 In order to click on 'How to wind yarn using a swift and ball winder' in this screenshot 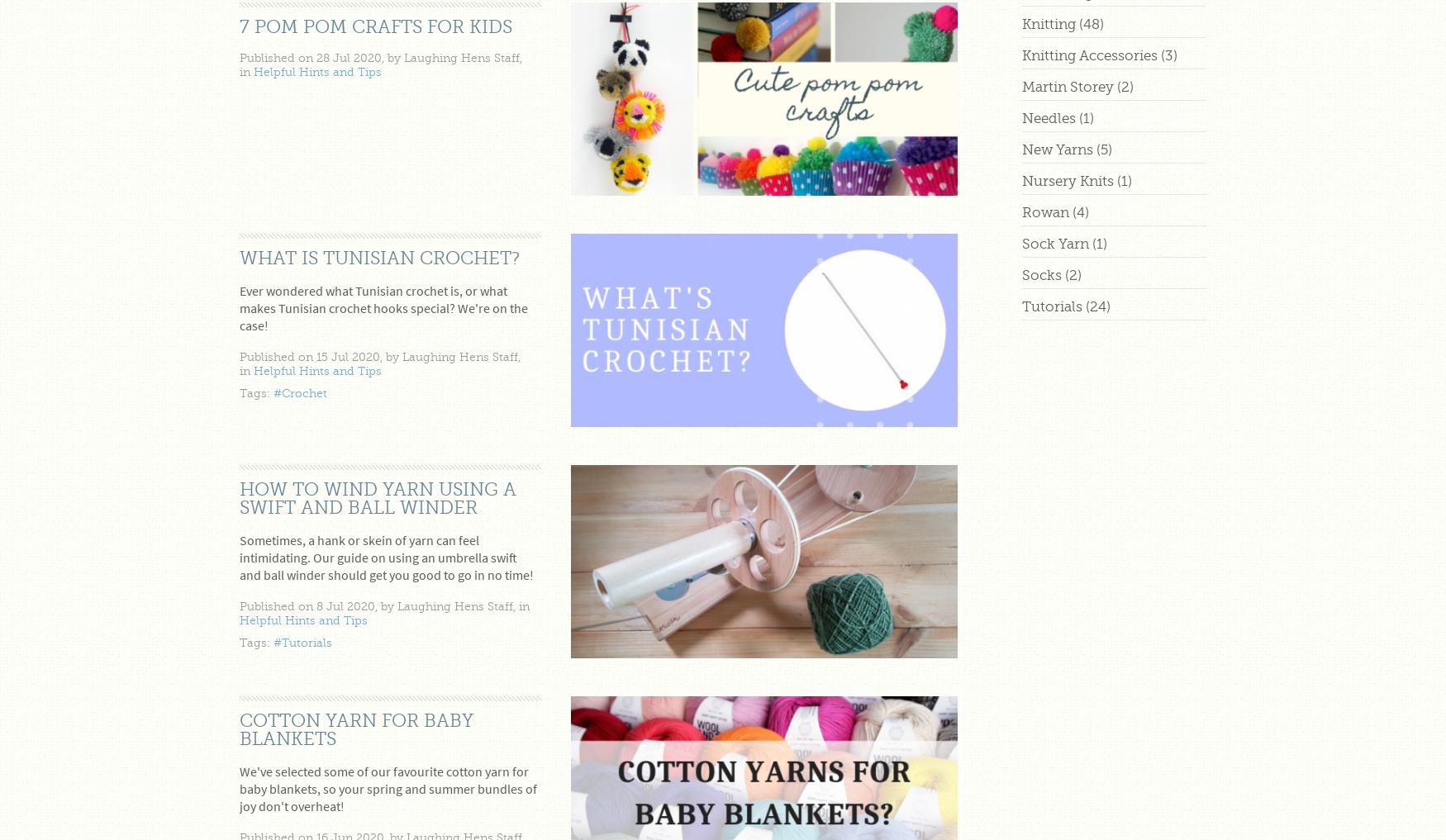, I will do `click(378, 496)`.